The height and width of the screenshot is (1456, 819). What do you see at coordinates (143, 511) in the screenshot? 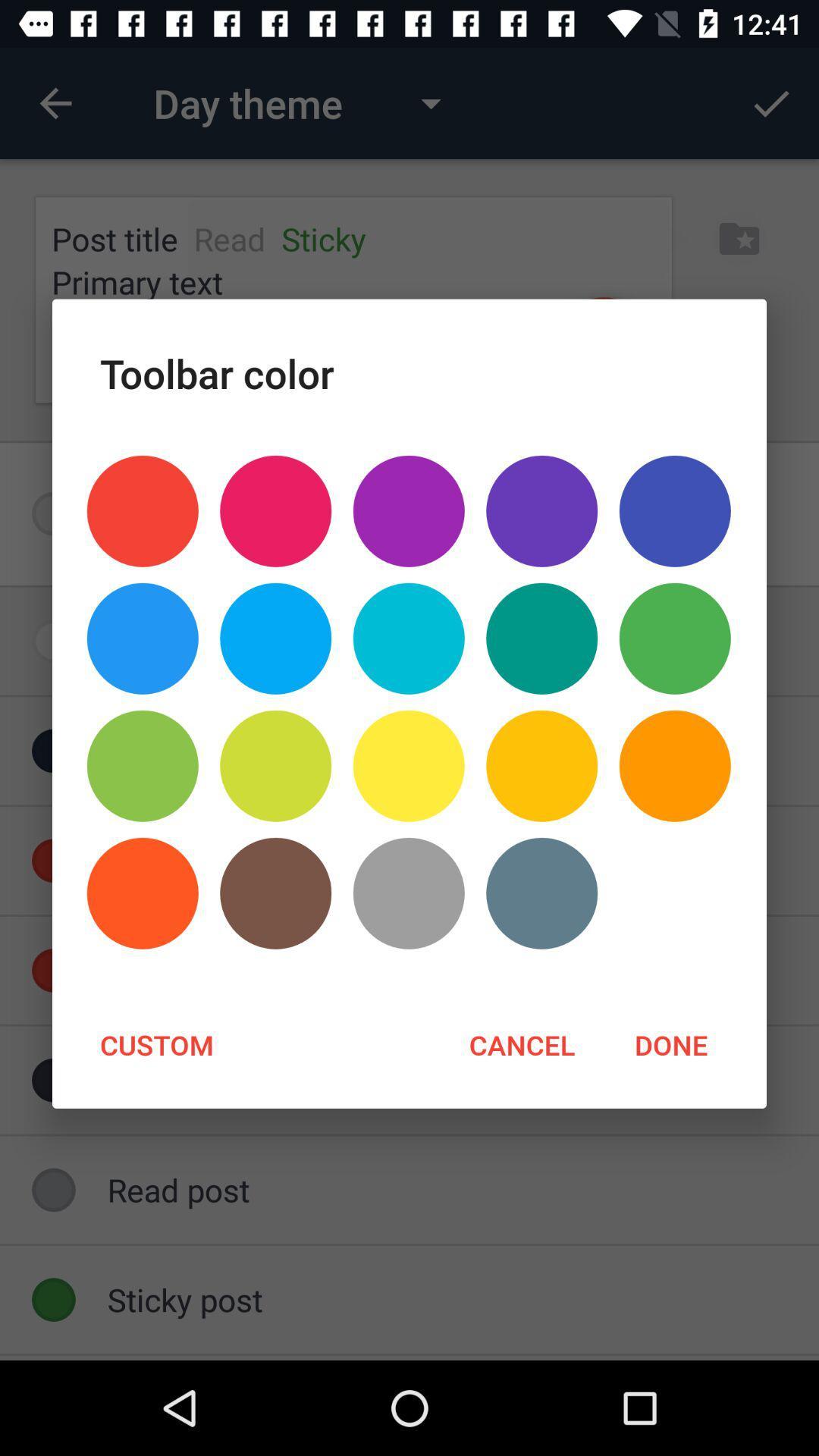
I see `item below toolbar color` at bounding box center [143, 511].